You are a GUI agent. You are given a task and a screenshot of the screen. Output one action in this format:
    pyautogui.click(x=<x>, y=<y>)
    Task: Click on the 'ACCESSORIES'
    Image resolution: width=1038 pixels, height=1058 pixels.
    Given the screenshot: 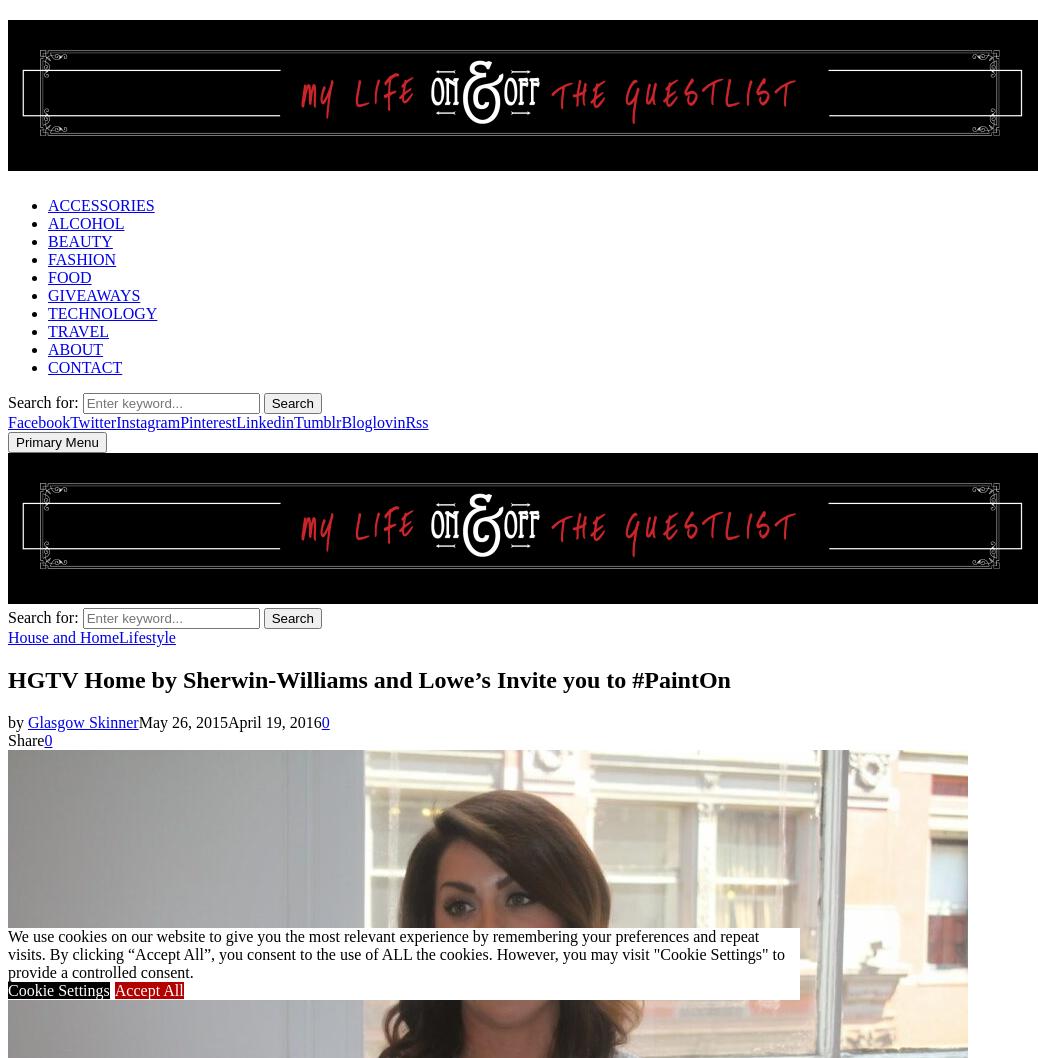 What is the action you would take?
    pyautogui.click(x=99, y=204)
    